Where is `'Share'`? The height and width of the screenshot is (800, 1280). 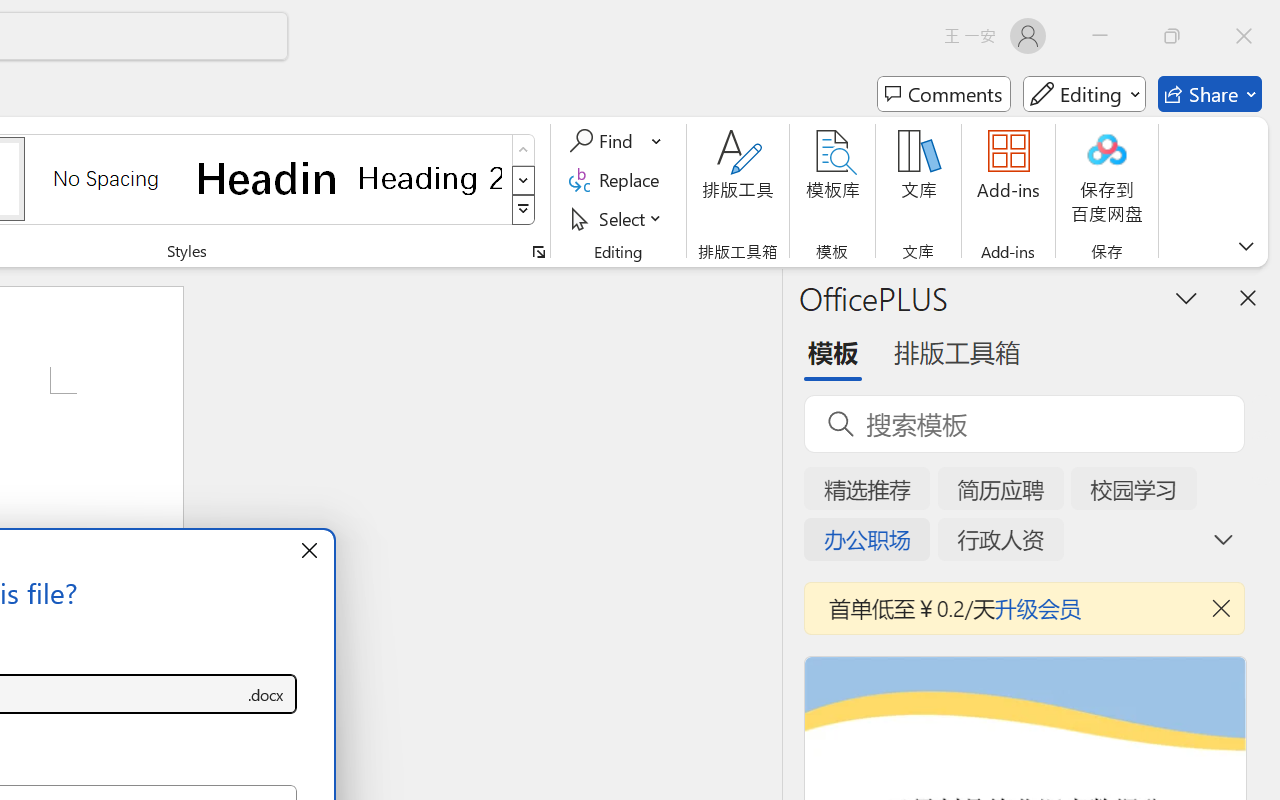
'Share' is located at coordinates (1209, 94).